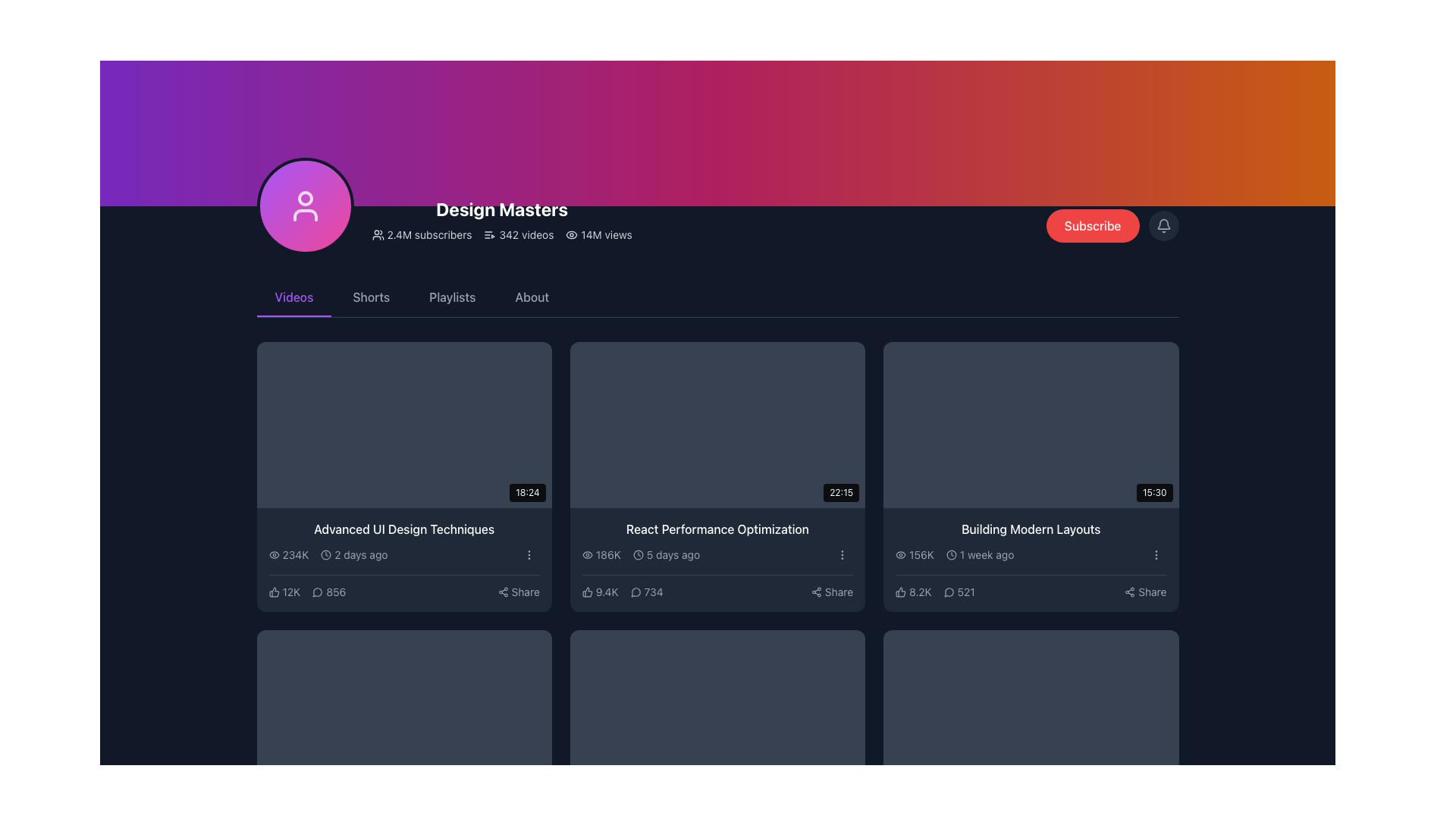 Image resolution: width=1456 pixels, height=819 pixels. I want to click on the thumbs-up icon, which is a small vector graphic outlined in thin strokes, located next to the text '12K' at the bottom of the card for the video 'Advanced UI Design Techniques', so click(274, 591).